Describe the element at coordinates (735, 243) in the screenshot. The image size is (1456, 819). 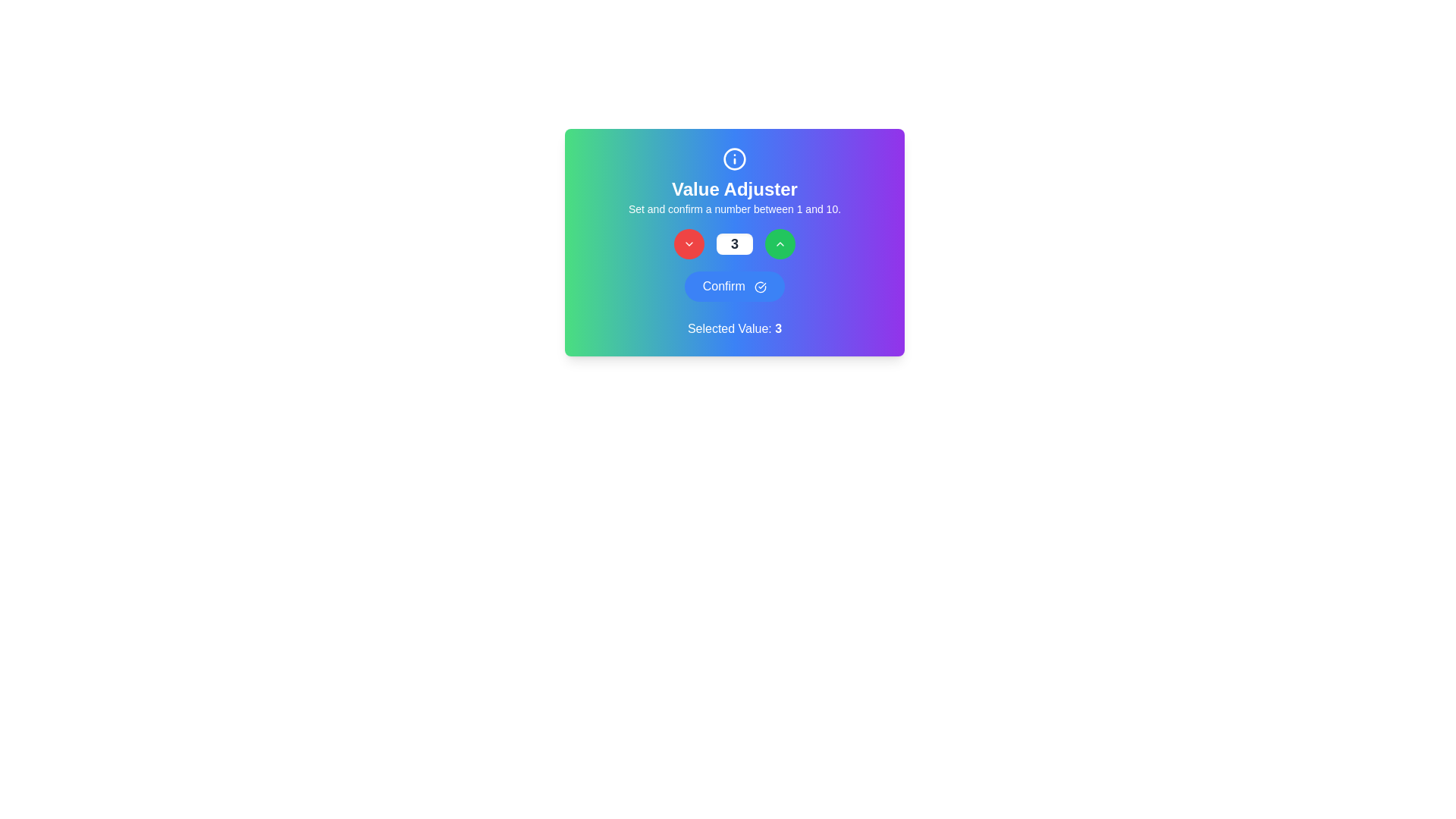
I see `the numeric value input field which is centrally located between a red down arrow button and a green up arrow button` at that location.